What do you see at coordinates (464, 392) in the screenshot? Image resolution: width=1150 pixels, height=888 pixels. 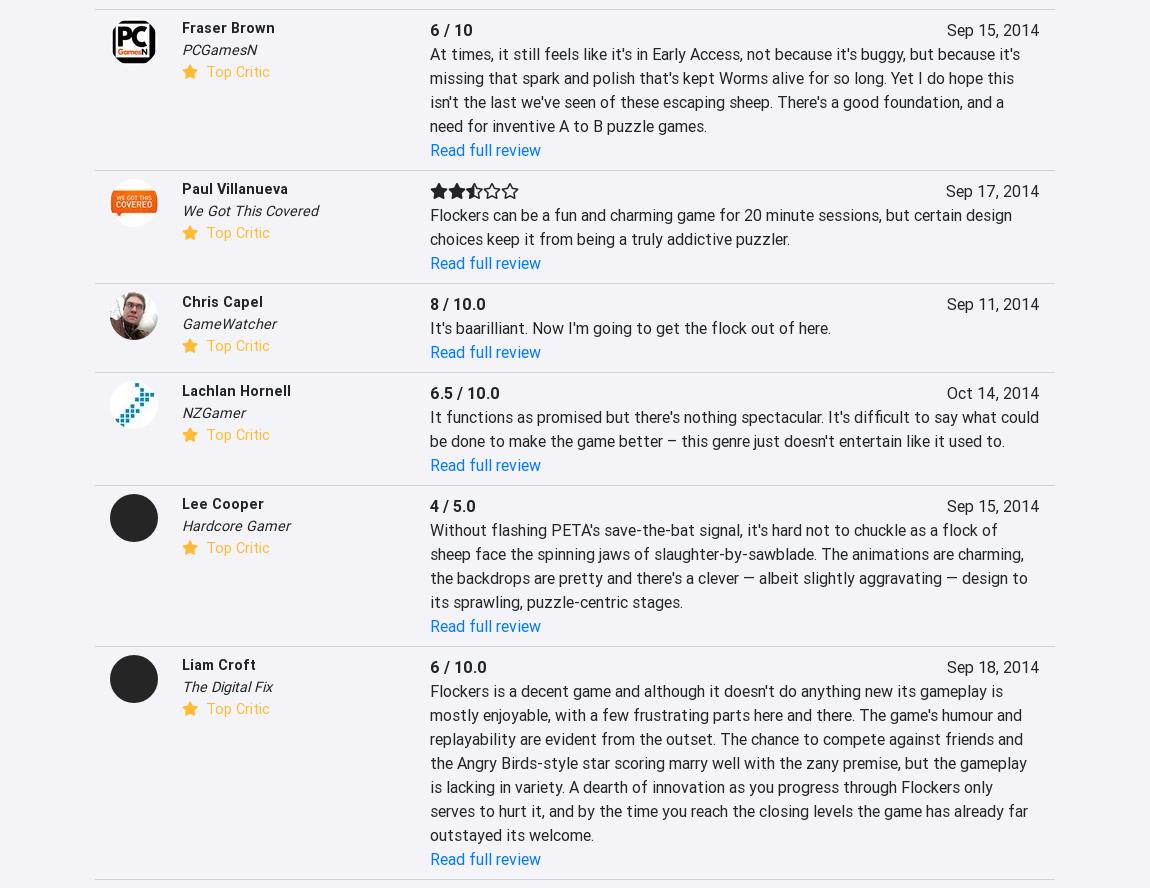 I see `'6.5 / 10.0'` at bounding box center [464, 392].